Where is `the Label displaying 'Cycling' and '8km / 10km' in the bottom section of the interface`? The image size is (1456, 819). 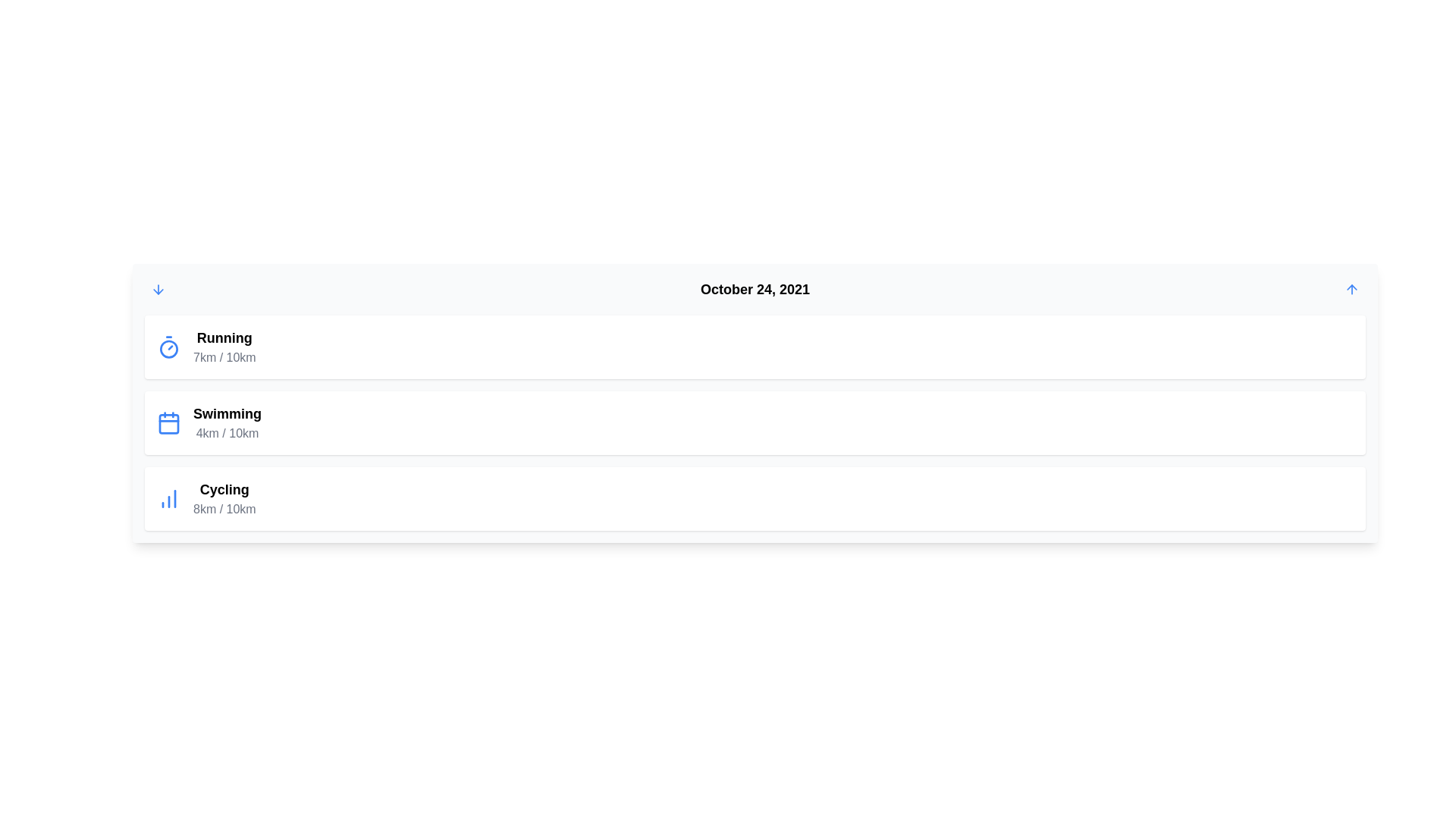 the Label displaying 'Cycling' and '8km / 10km' in the bottom section of the interface is located at coordinates (224, 499).